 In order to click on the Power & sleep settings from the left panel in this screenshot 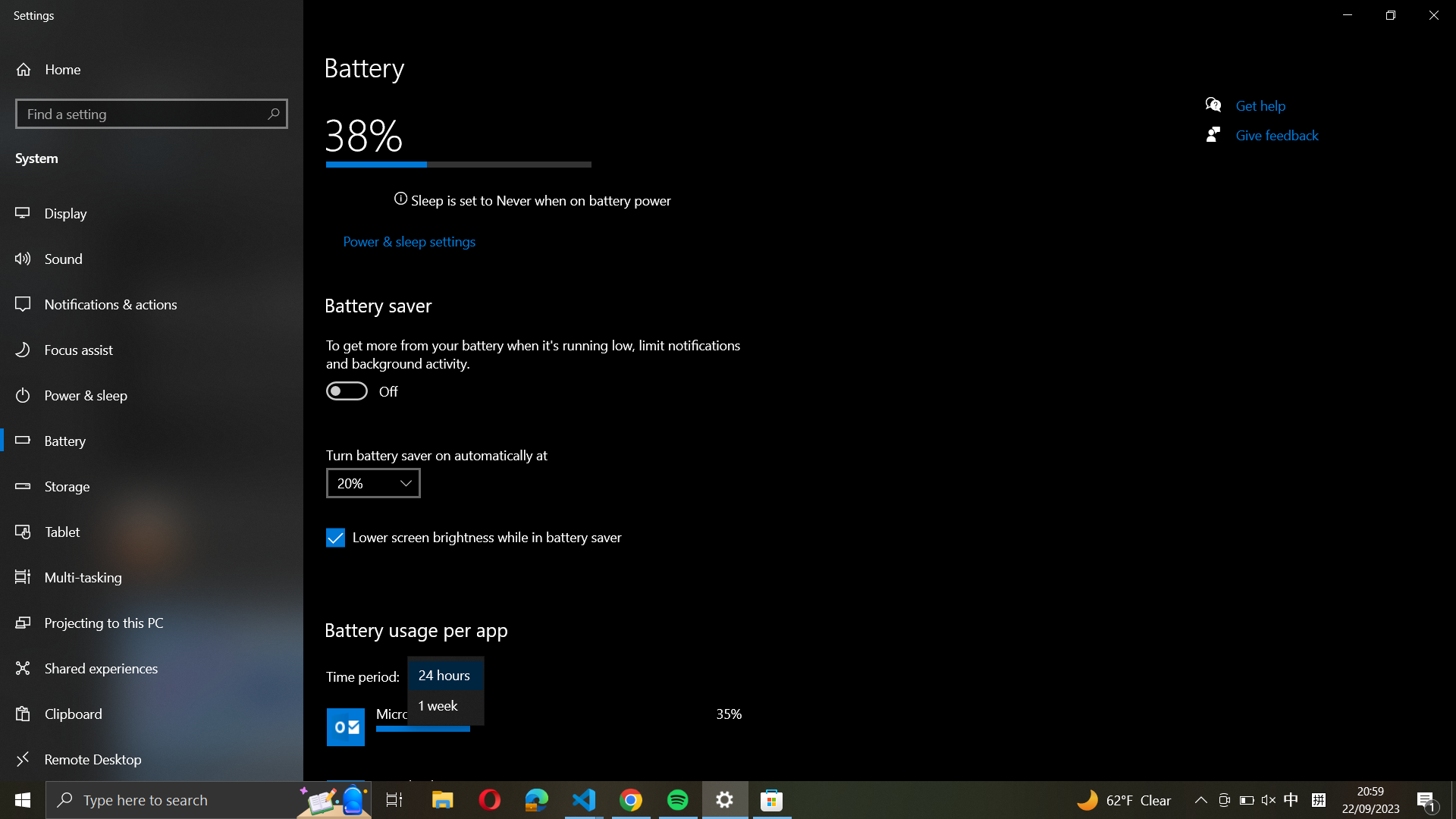, I will do `click(407, 242)`.